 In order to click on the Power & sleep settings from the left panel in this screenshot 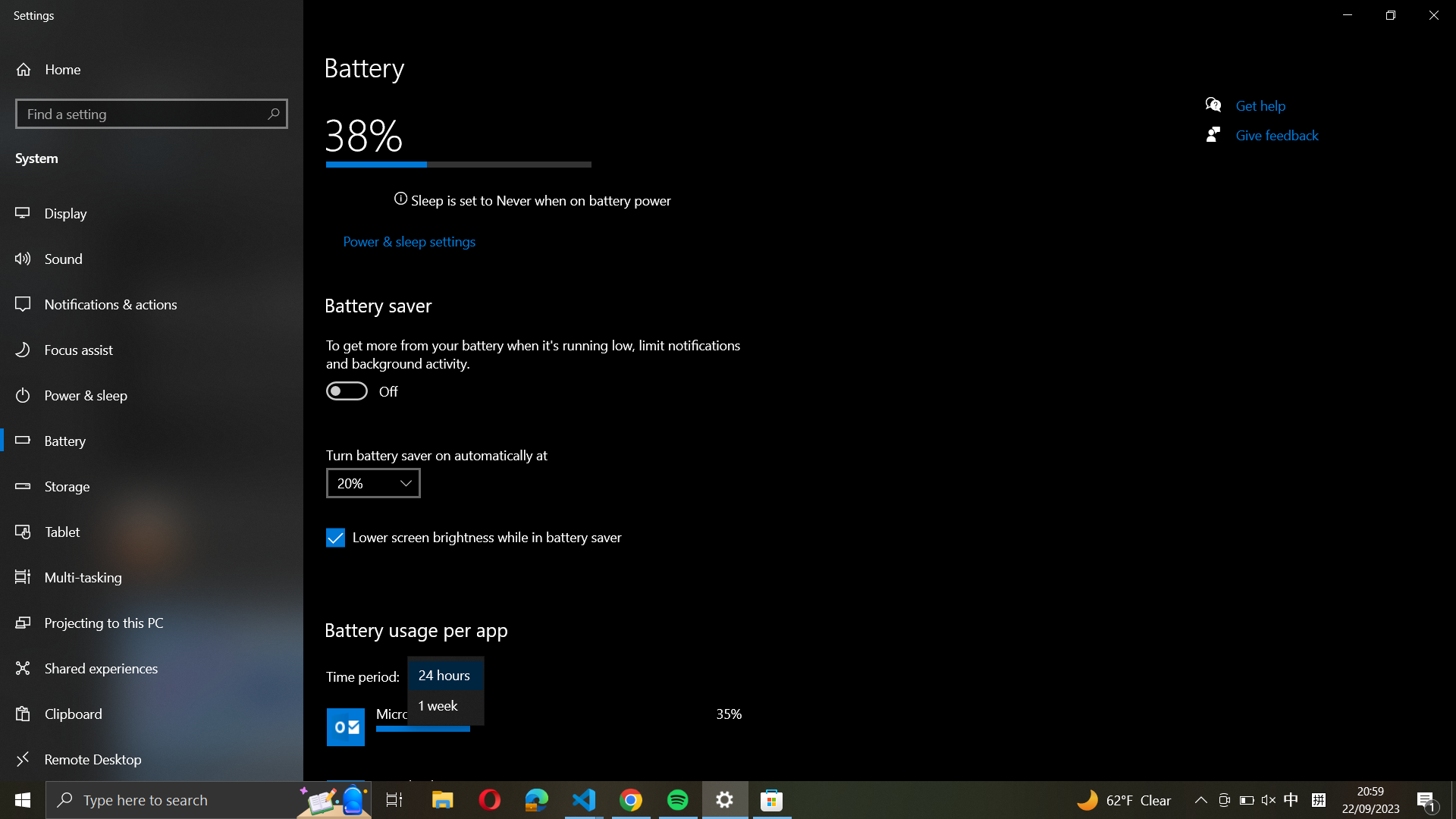, I will do `click(407, 242)`.